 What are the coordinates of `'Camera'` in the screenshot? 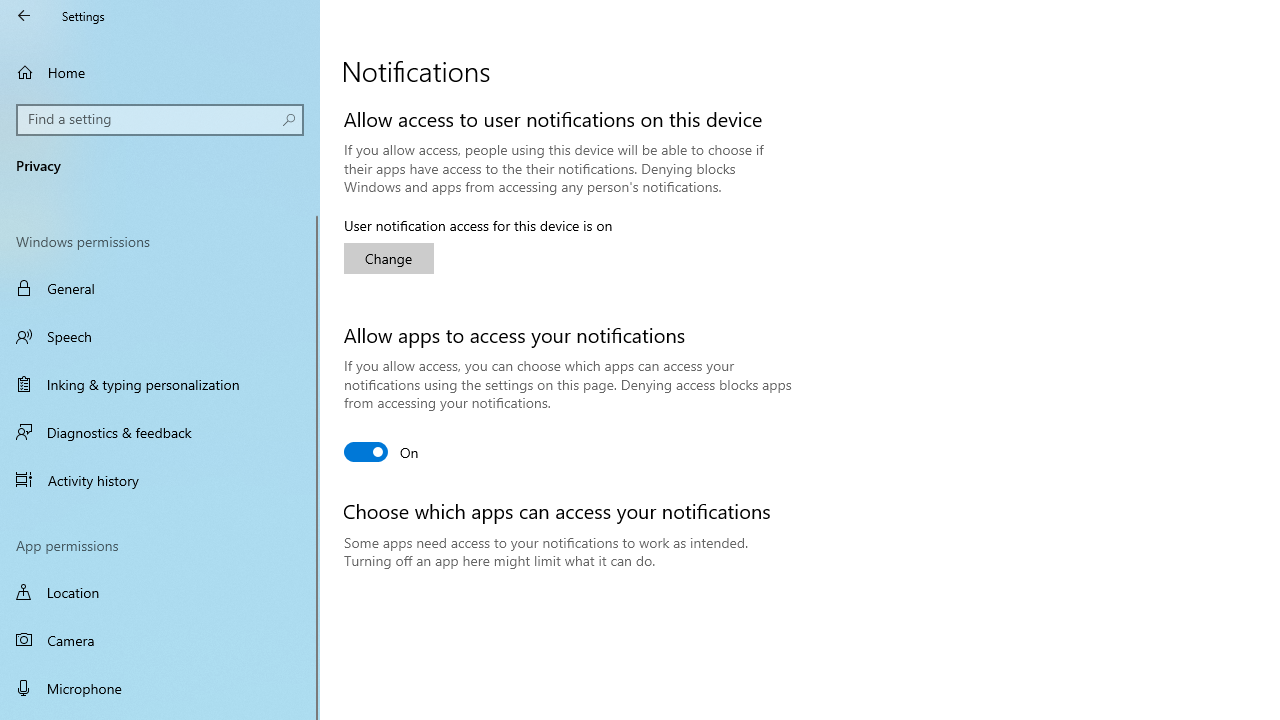 It's located at (160, 640).